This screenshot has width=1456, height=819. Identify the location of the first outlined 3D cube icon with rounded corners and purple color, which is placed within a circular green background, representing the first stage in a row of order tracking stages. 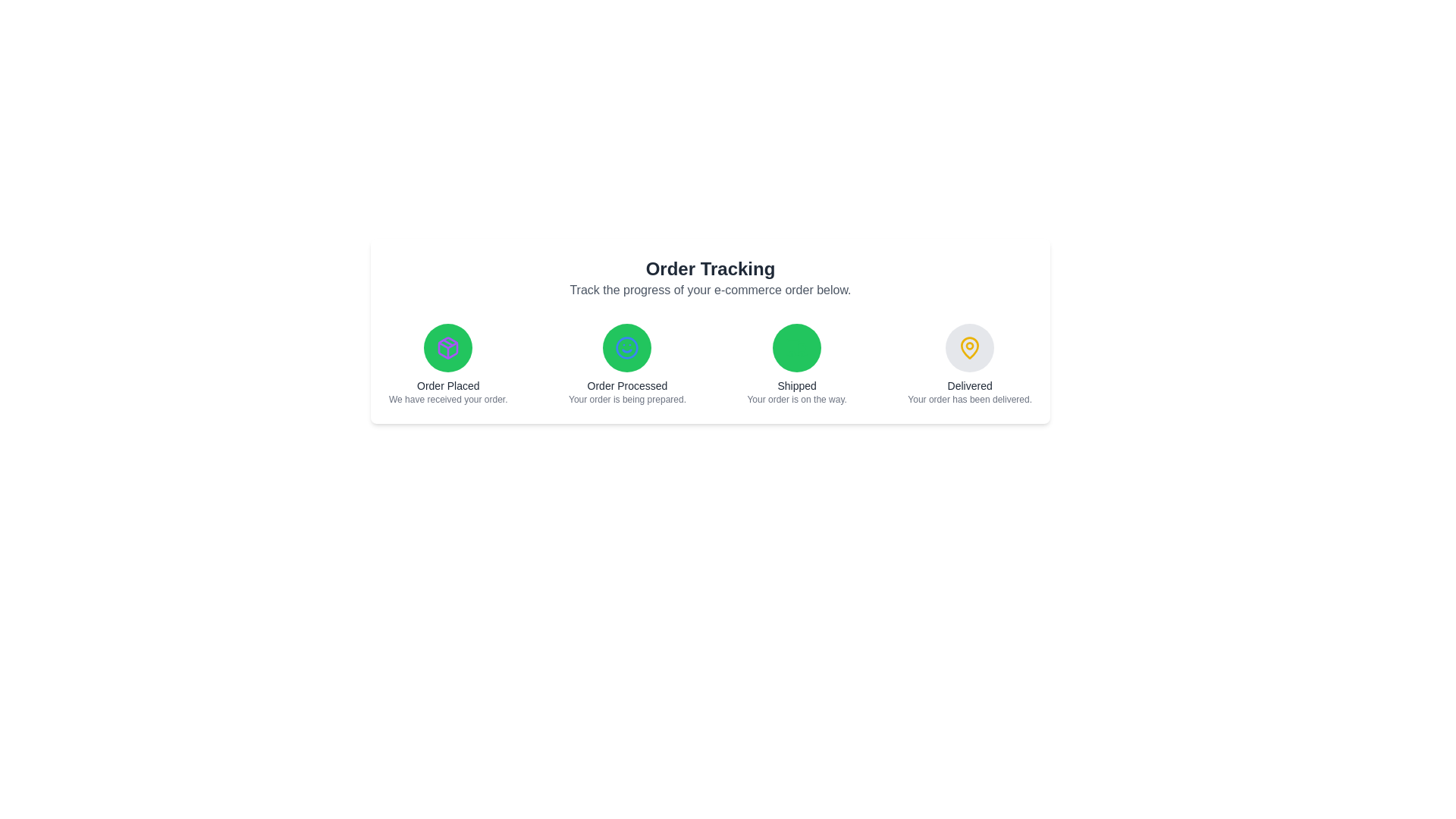
(447, 348).